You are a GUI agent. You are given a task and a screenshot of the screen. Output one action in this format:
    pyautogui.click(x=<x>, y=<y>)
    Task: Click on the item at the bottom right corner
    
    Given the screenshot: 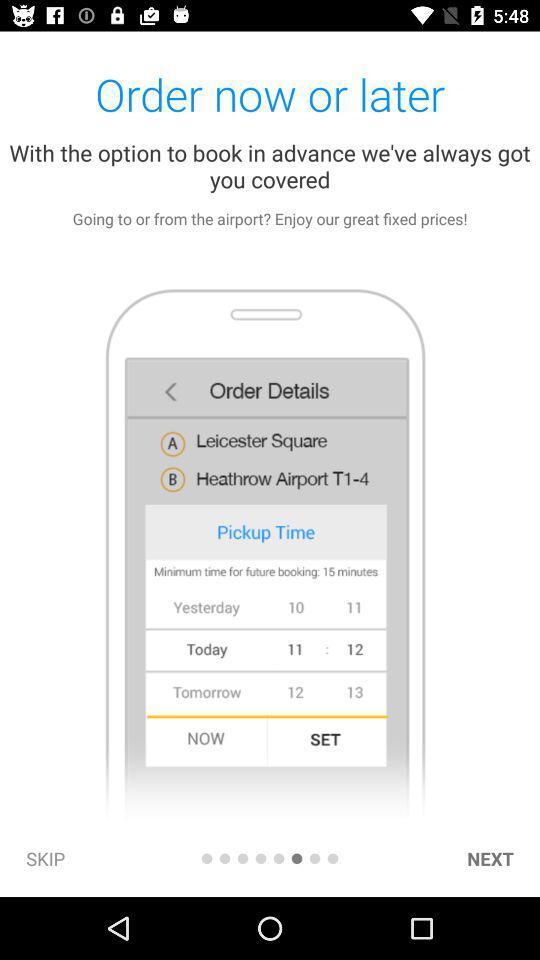 What is the action you would take?
    pyautogui.click(x=489, y=857)
    